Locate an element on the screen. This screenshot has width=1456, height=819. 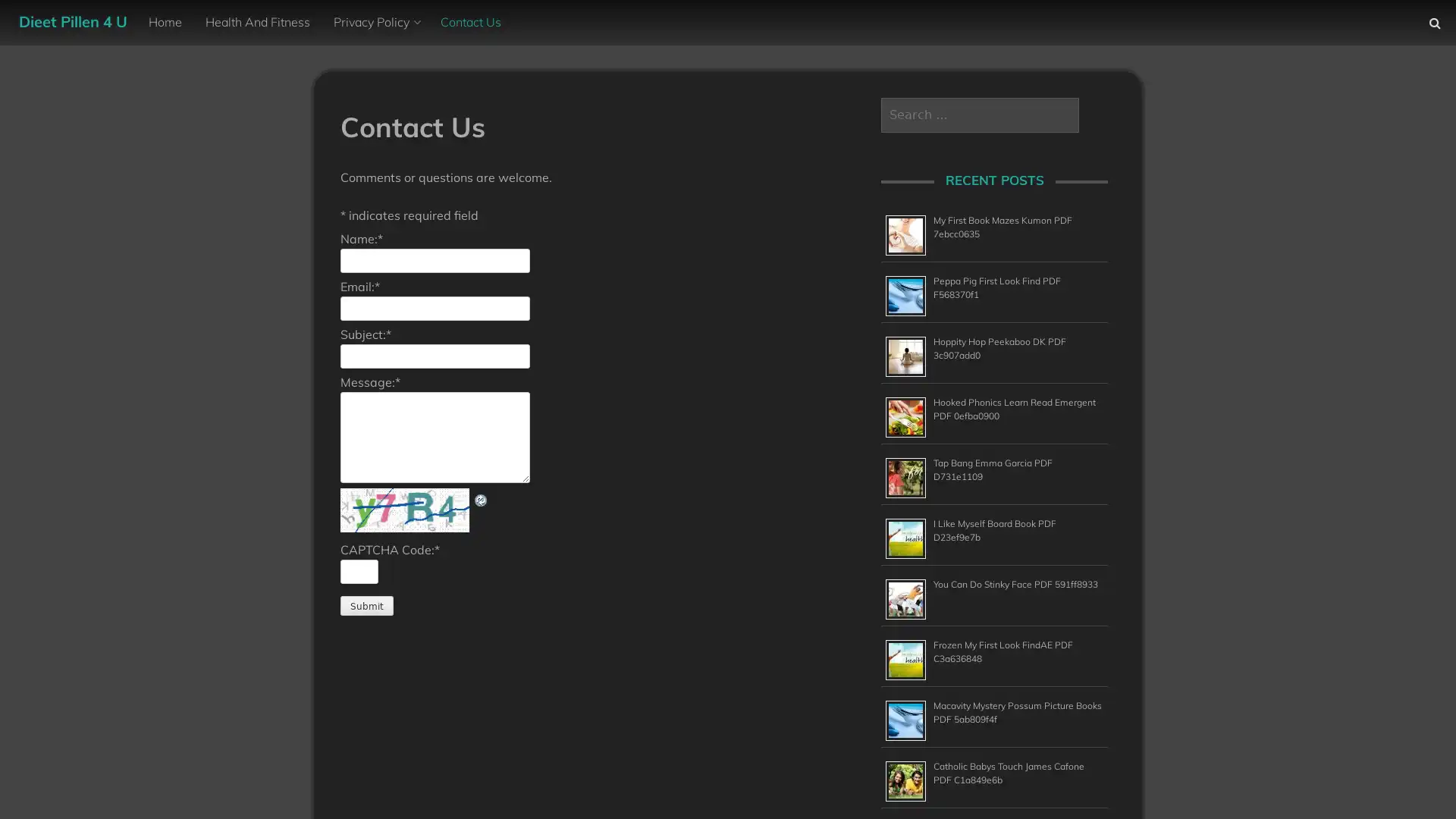
Submit is located at coordinates (367, 604).